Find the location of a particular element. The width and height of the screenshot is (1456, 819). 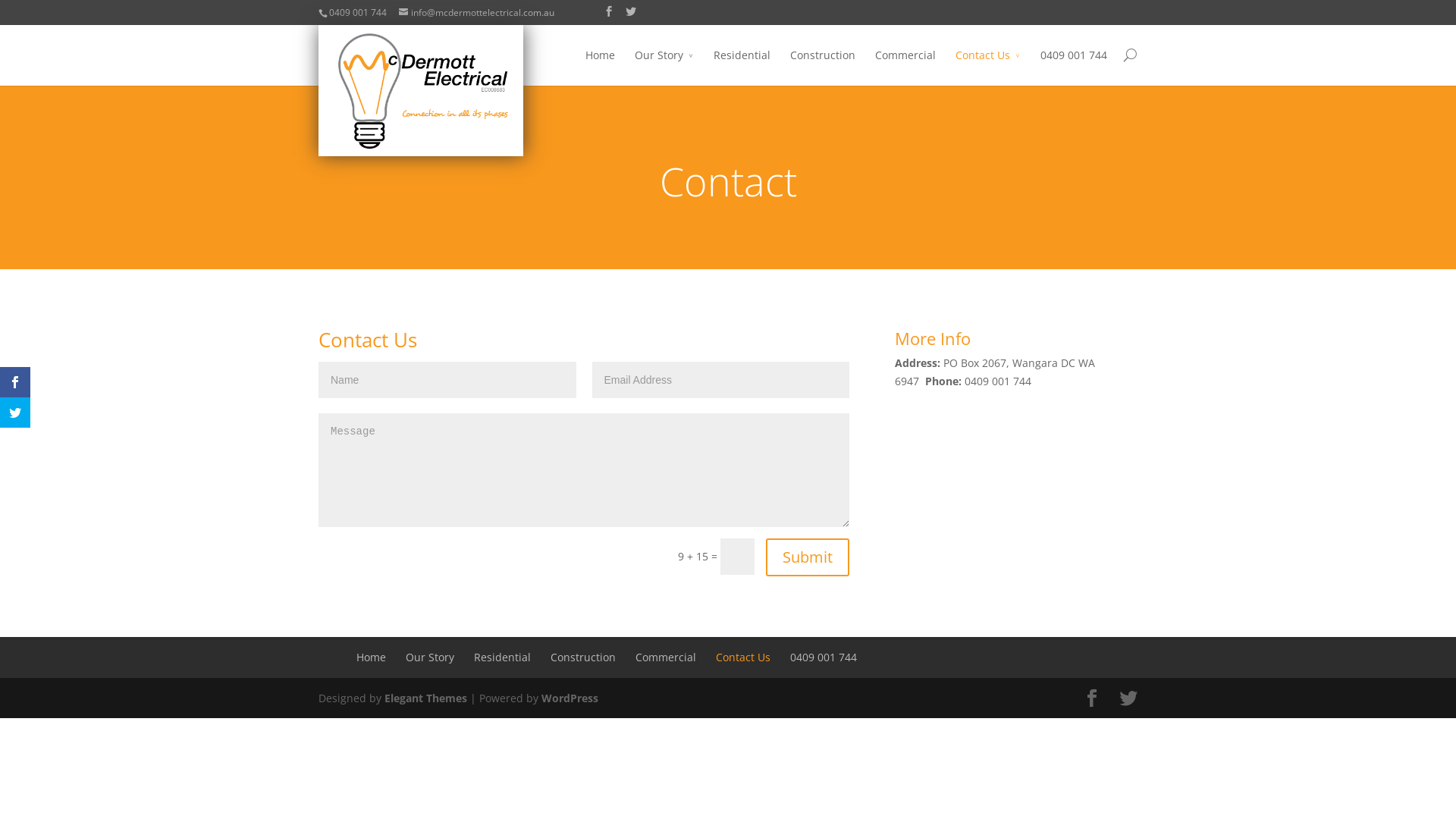

'Construction' is located at coordinates (549, 656).